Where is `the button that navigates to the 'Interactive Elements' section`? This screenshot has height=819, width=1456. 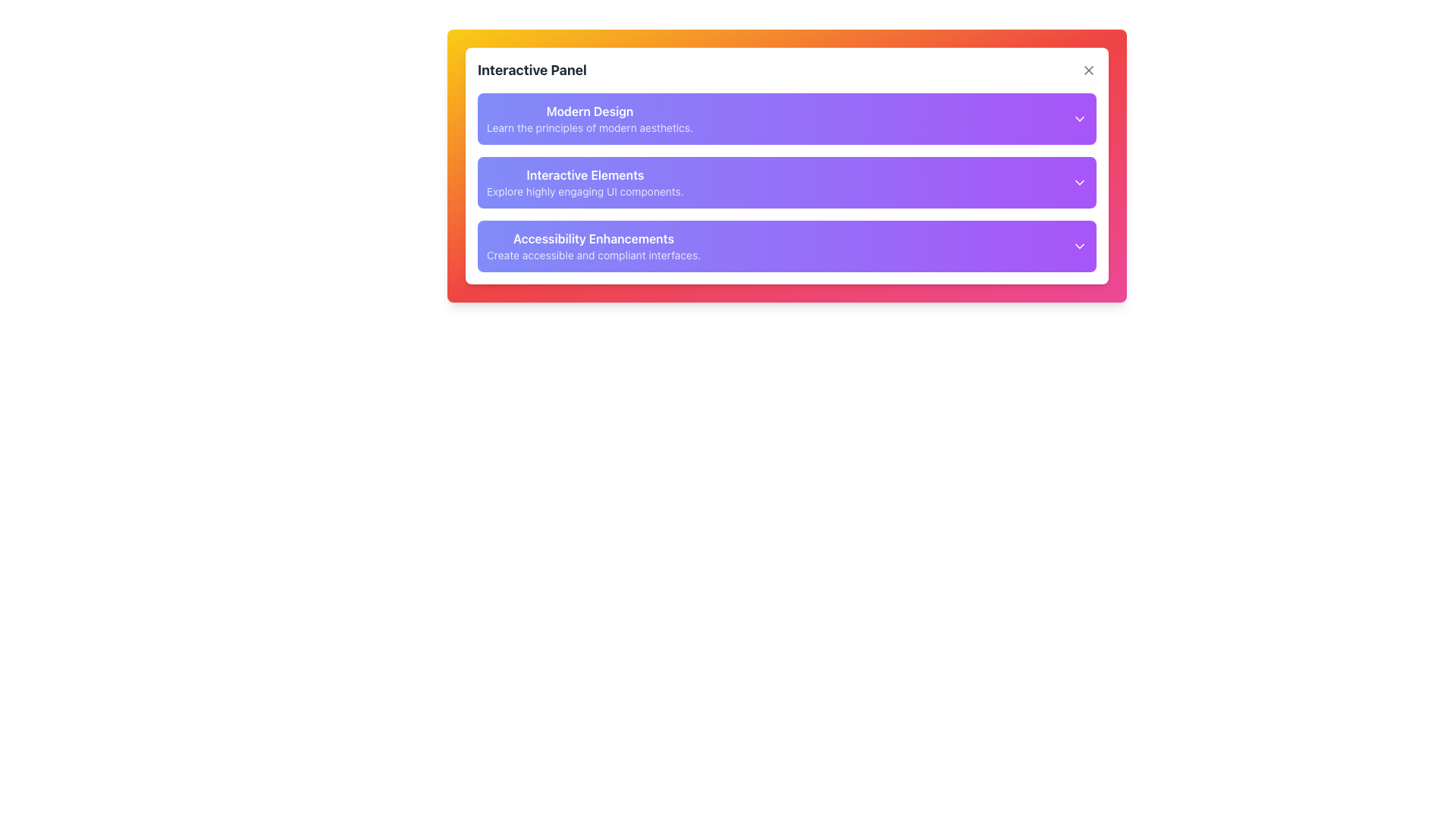 the button that navigates to the 'Interactive Elements' section is located at coordinates (786, 181).